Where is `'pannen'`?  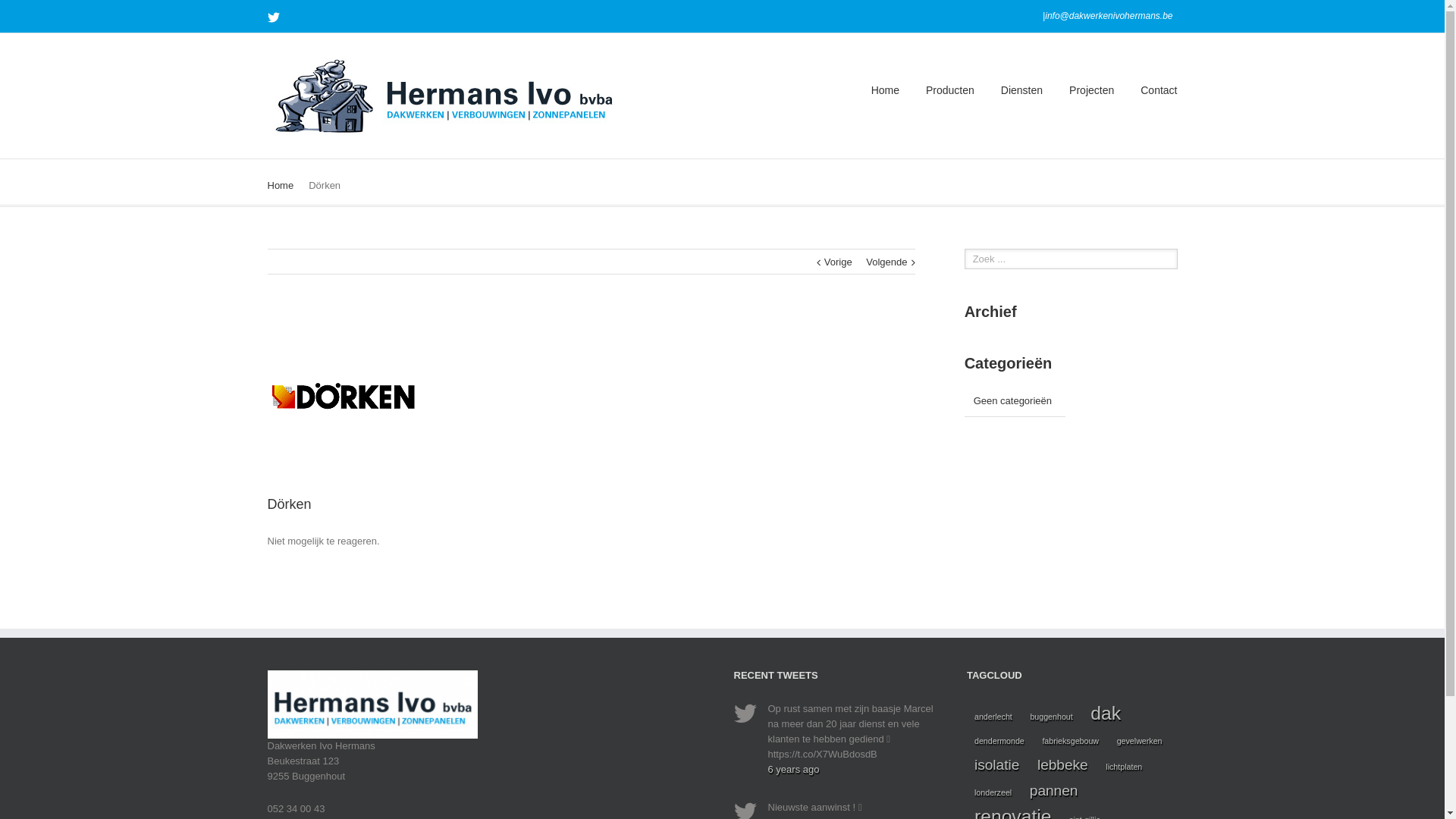 'pannen' is located at coordinates (1053, 789).